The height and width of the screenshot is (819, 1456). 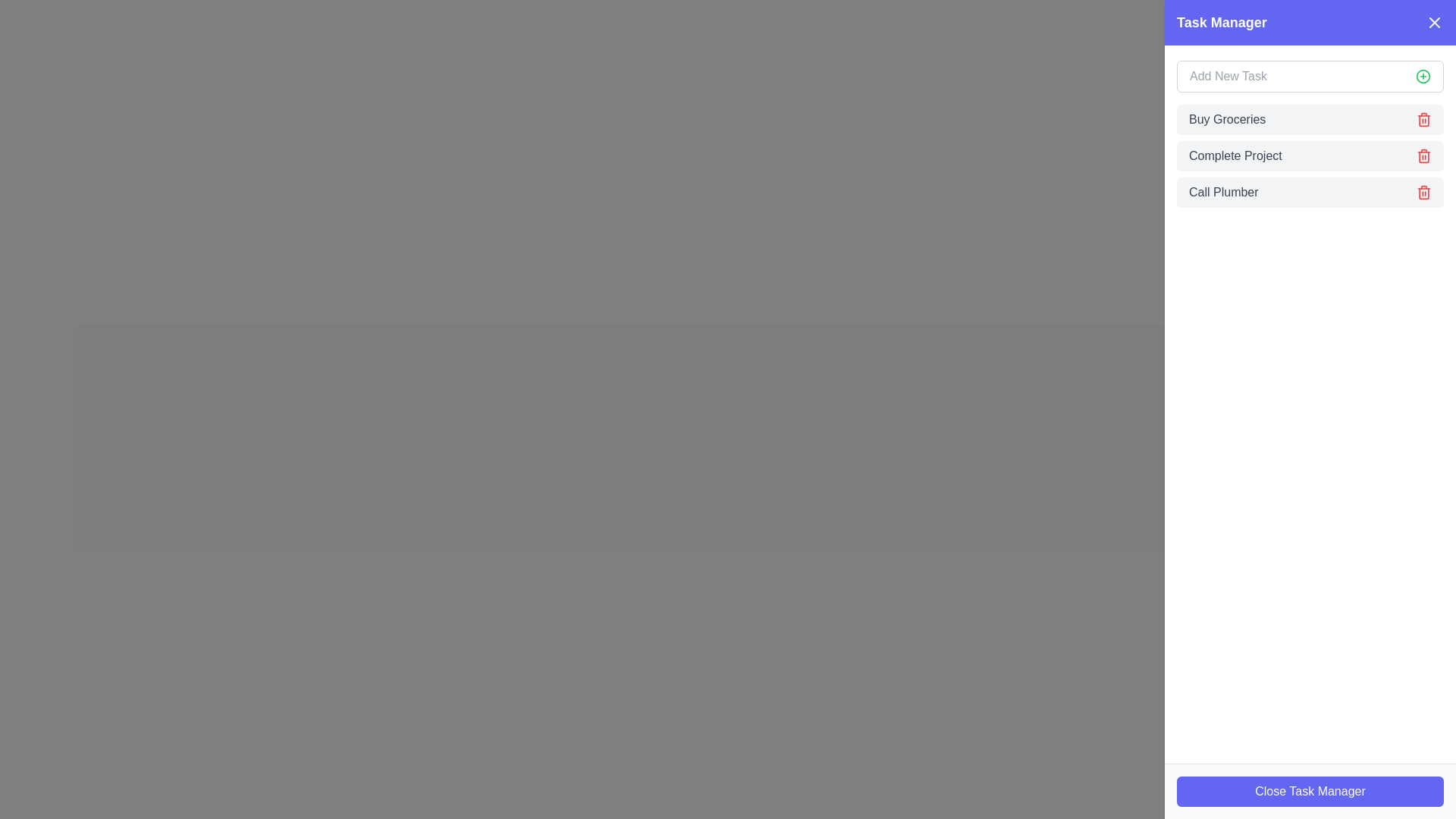 I want to click on the interactive icon button that allows users to delete the 'Complete Project' task from the list for keyboard accessibility, so click(x=1423, y=155).